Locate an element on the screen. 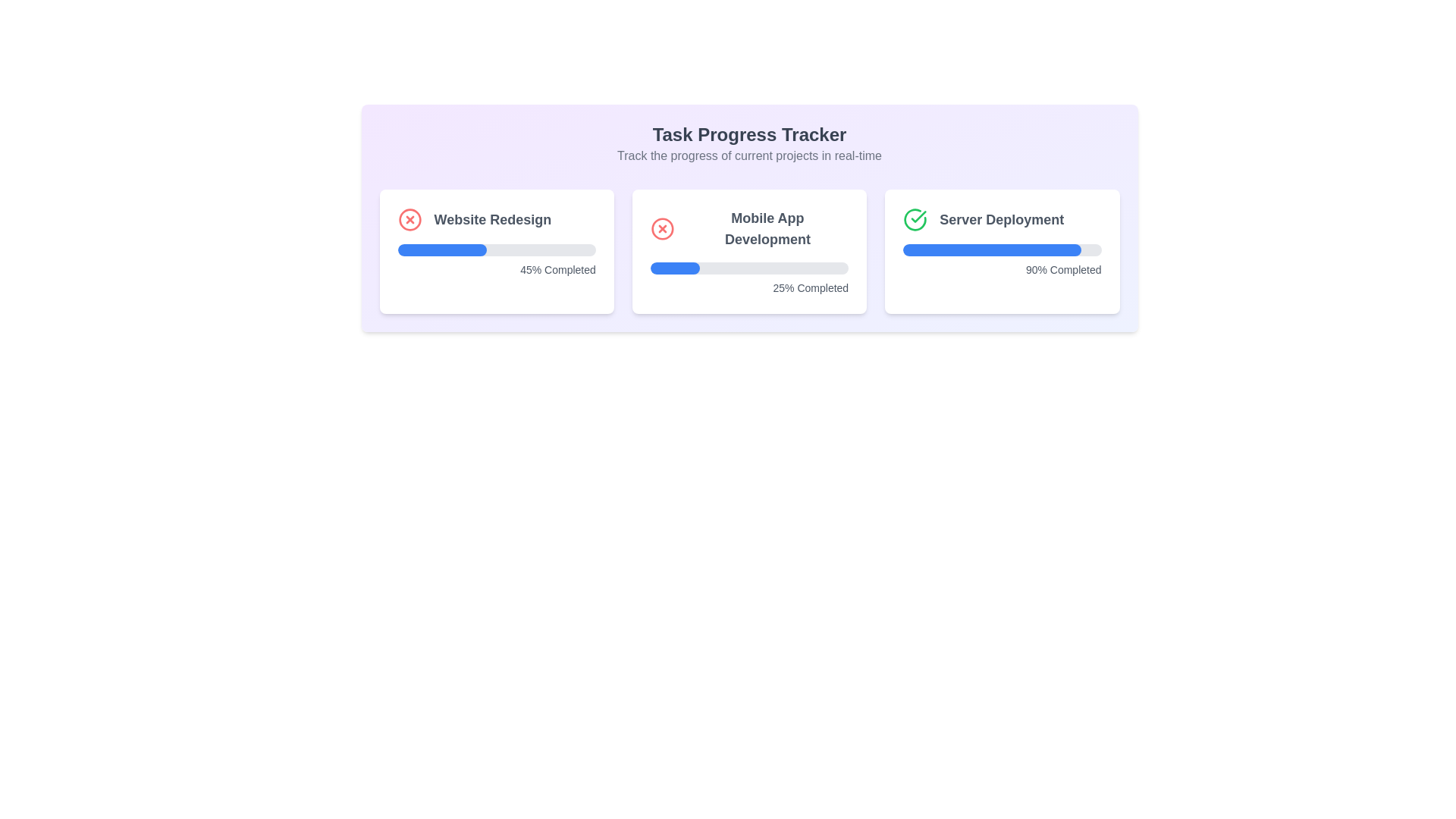 This screenshot has width=1456, height=819. information conveyed by the combined text element labeled 'Task Progress Tracker' and its subtitle 'Track the progress of current projects in real-time' is located at coordinates (749, 143).